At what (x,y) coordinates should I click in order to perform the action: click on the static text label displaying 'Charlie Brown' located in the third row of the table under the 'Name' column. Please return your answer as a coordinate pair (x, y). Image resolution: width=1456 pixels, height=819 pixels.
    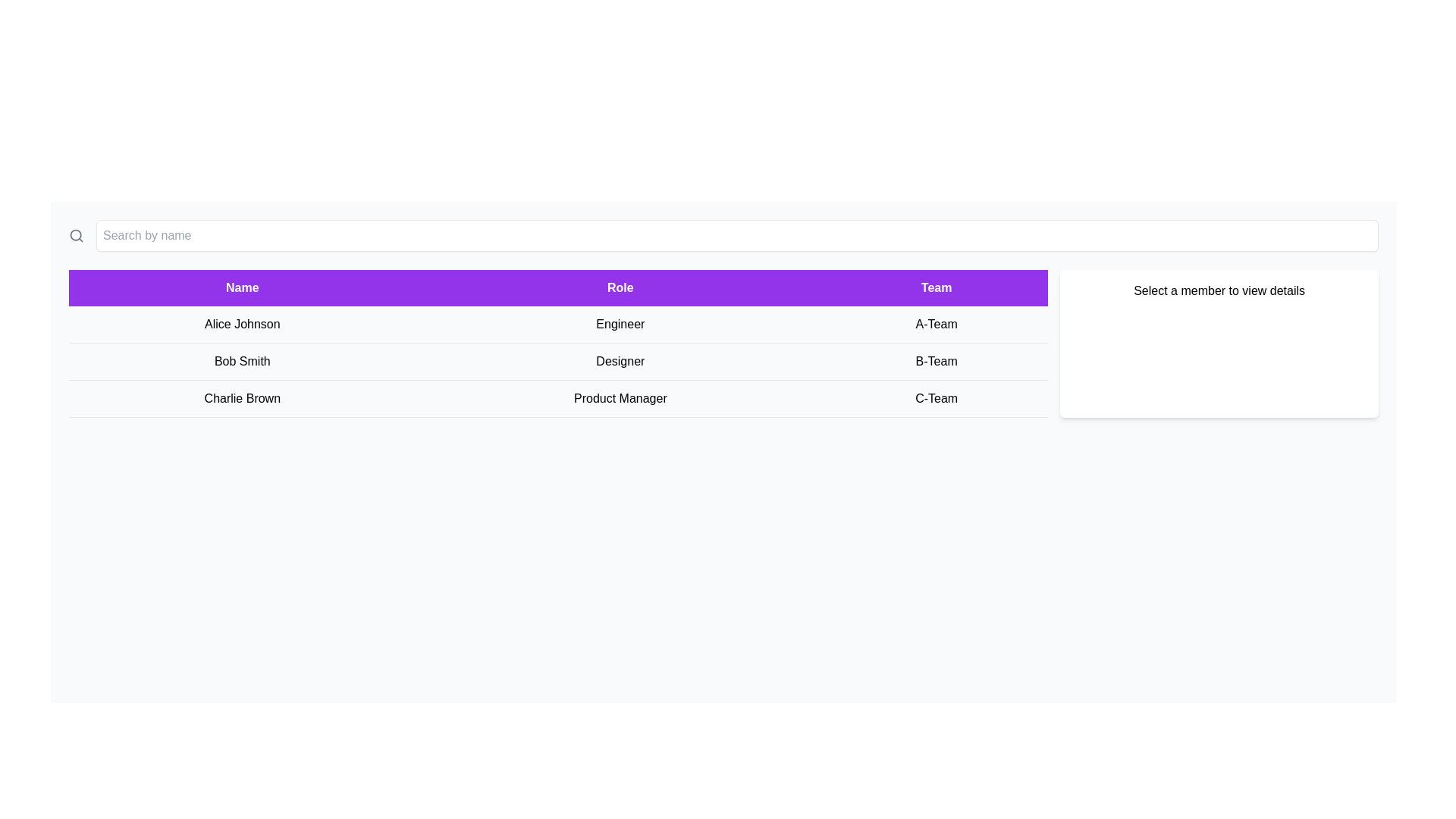
    Looking at the image, I should click on (241, 397).